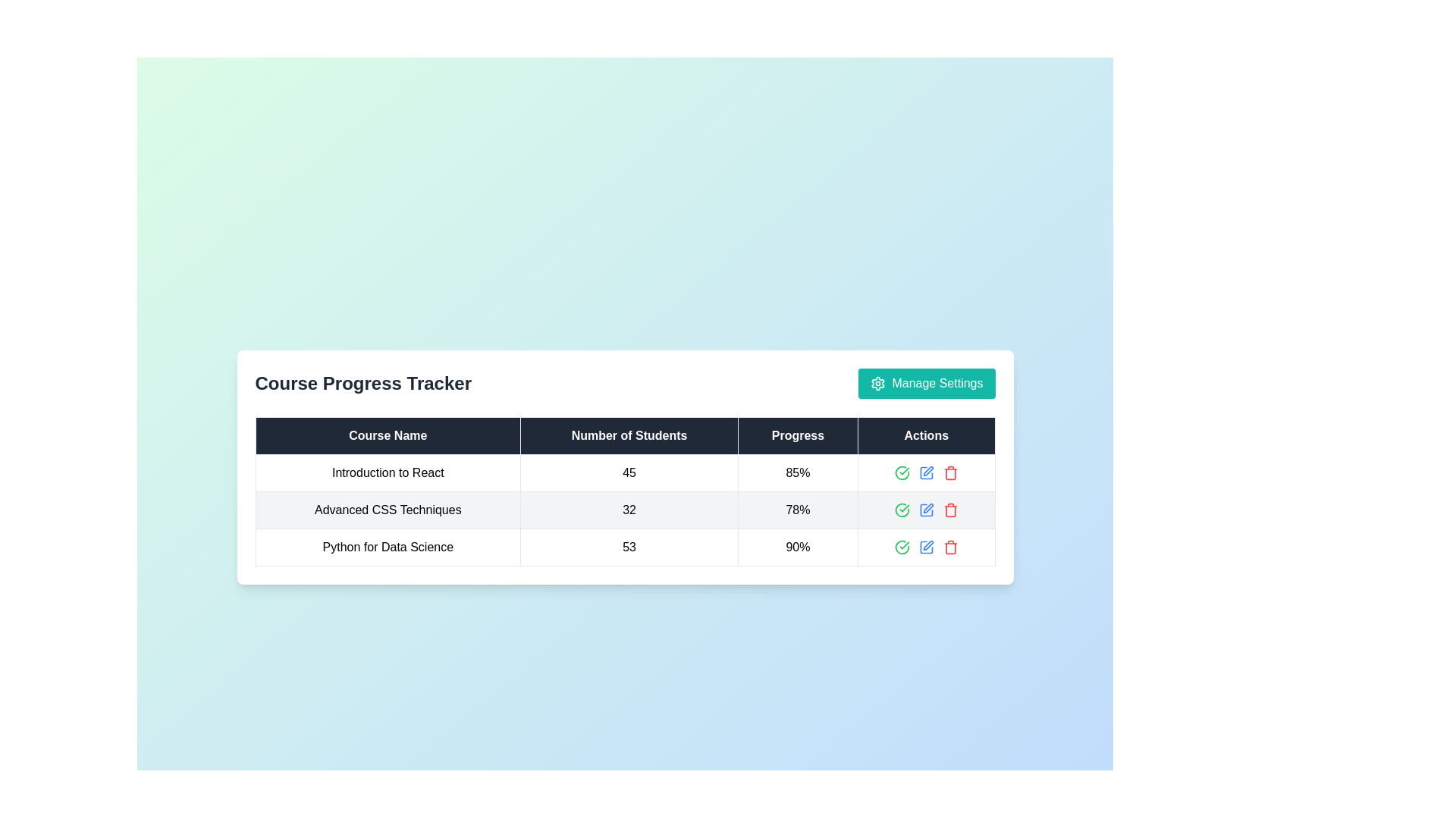 Image resolution: width=1456 pixels, height=819 pixels. Describe the element at coordinates (949, 472) in the screenshot. I see `the red trash icon in the 'Actions' column of the third row in the table` at that location.